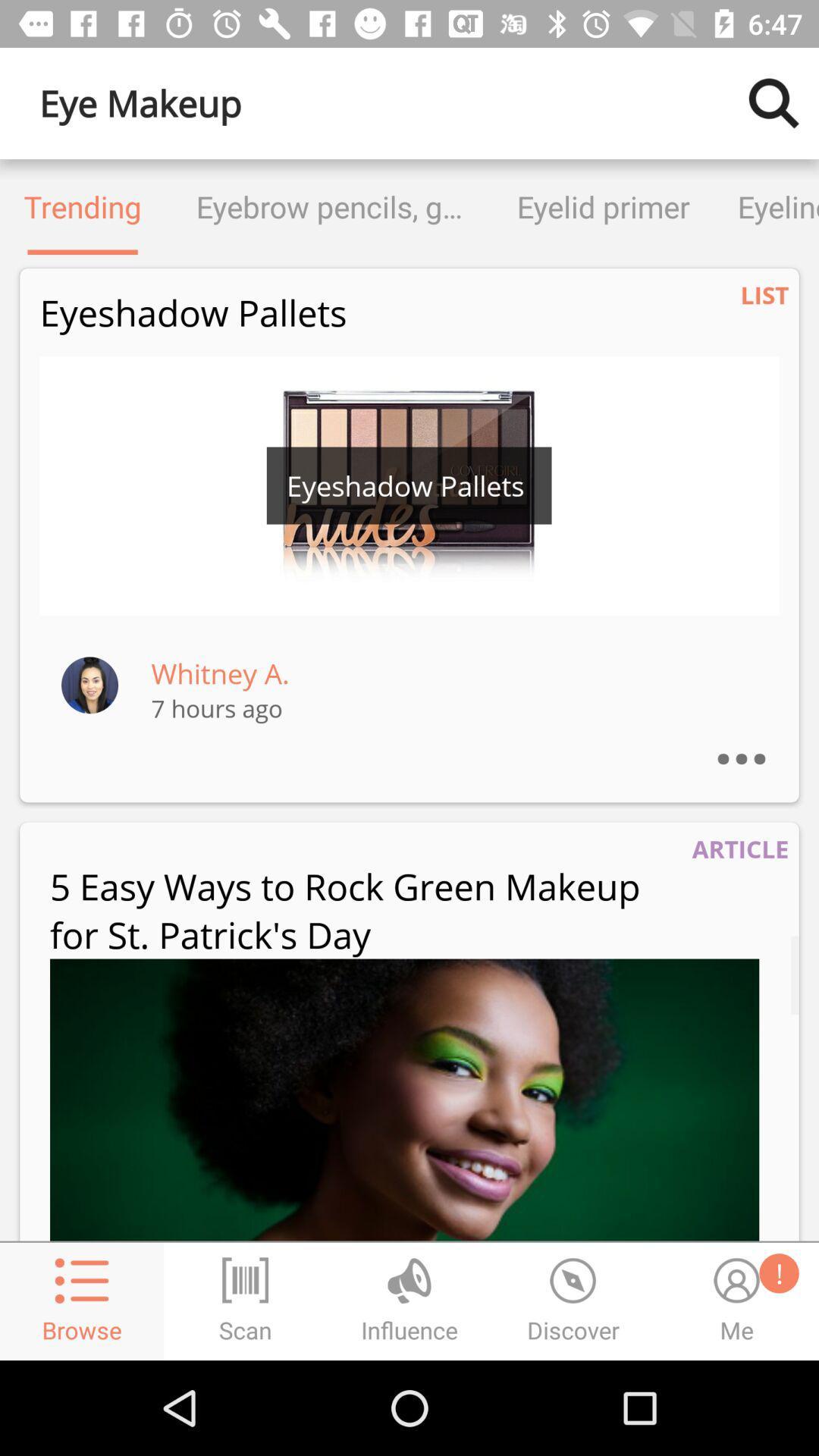 The image size is (819, 1456). What do you see at coordinates (328, 206) in the screenshot?
I see `eyebrow pencils gels` at bounding box center [328, 206].